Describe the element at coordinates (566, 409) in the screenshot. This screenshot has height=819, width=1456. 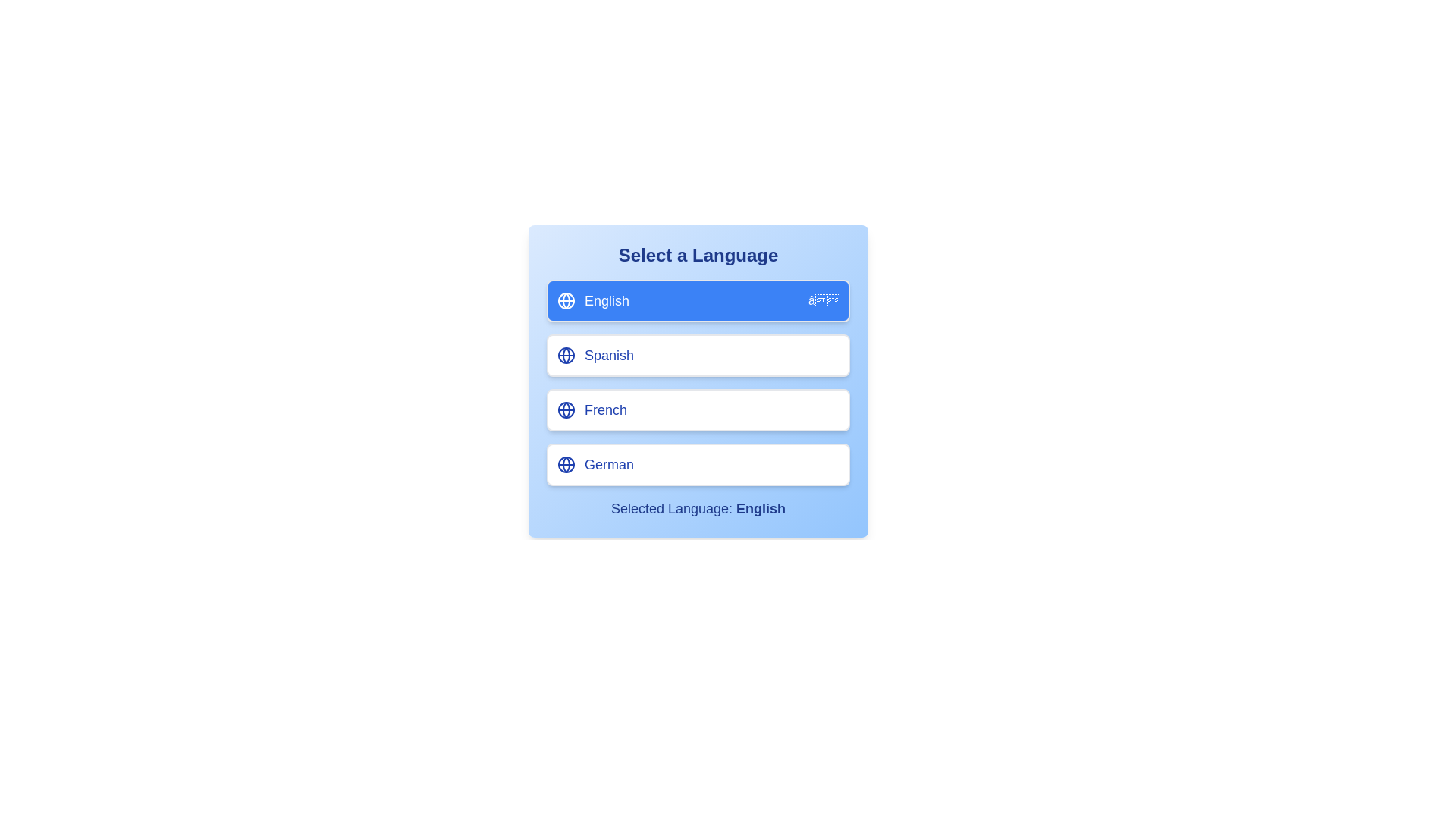
I see `the central blue circular icon representing the globe, which serves as the tab indicator for language selection, located to the left of the 'English' text` at that location.